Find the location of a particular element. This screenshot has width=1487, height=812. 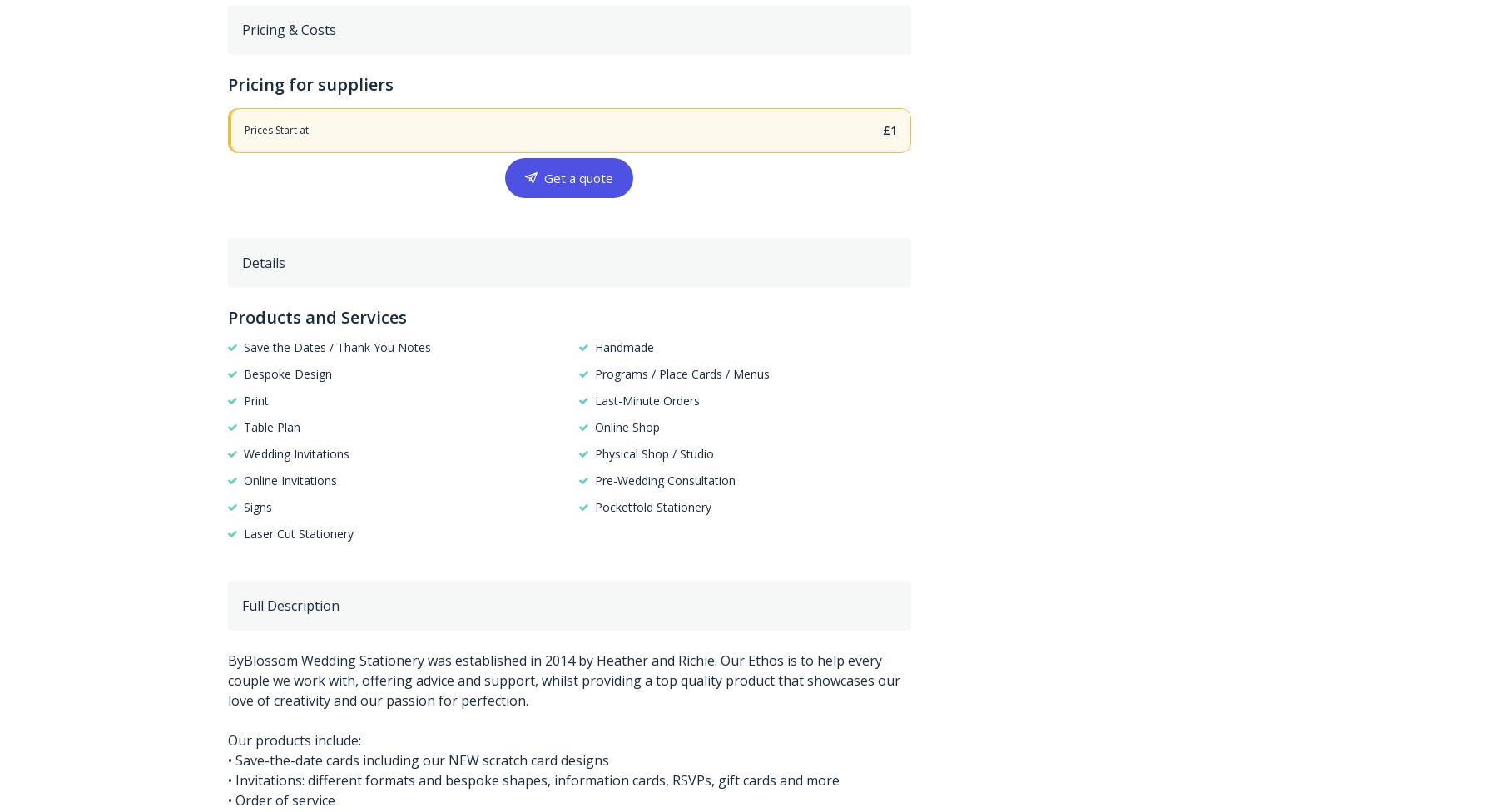

'Prices Start at' is located at coordinates (243, 128).